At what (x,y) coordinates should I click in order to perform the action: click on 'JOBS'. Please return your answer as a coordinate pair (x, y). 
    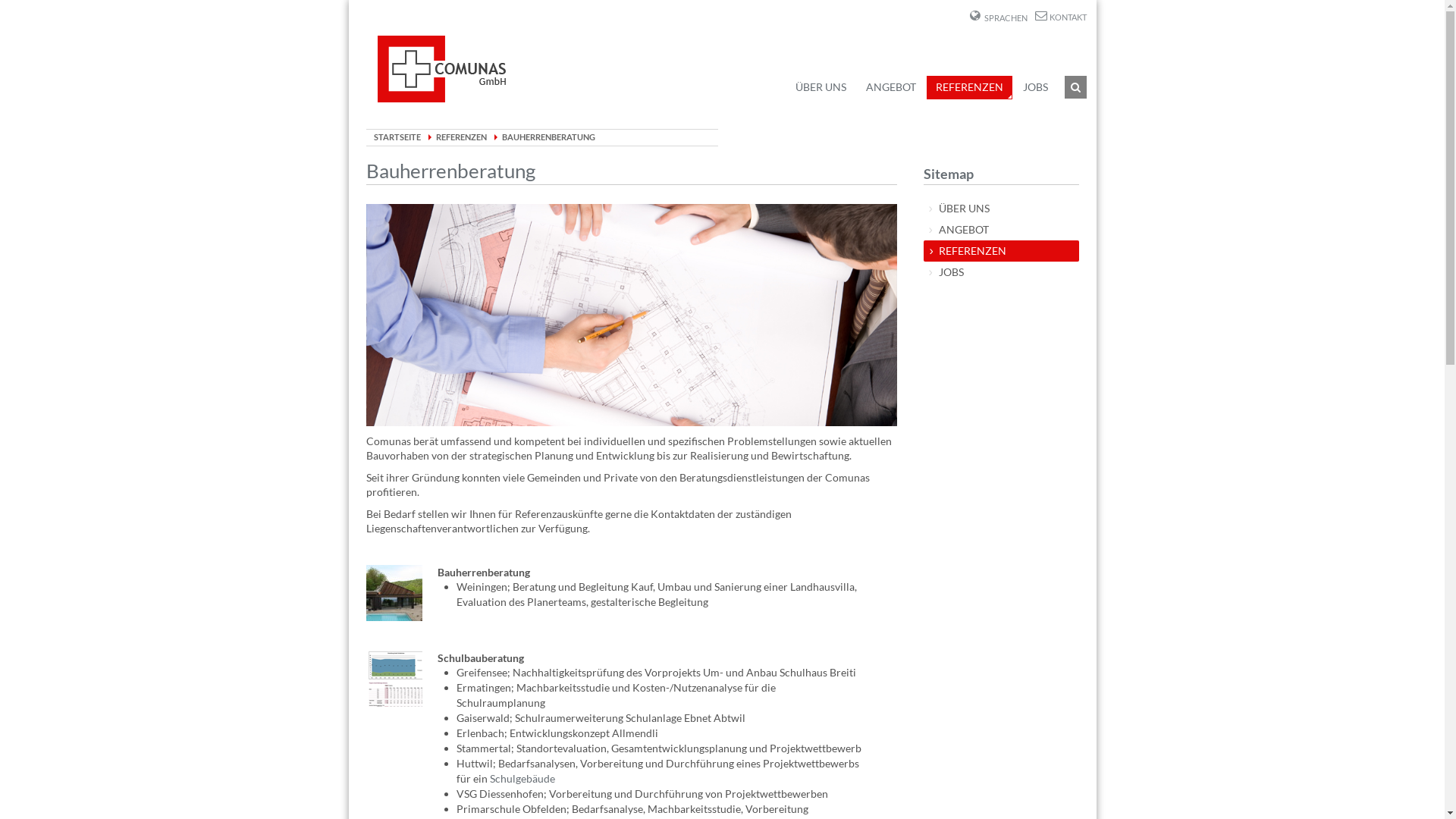
    Looking at the image, I should click on (1001, 271).